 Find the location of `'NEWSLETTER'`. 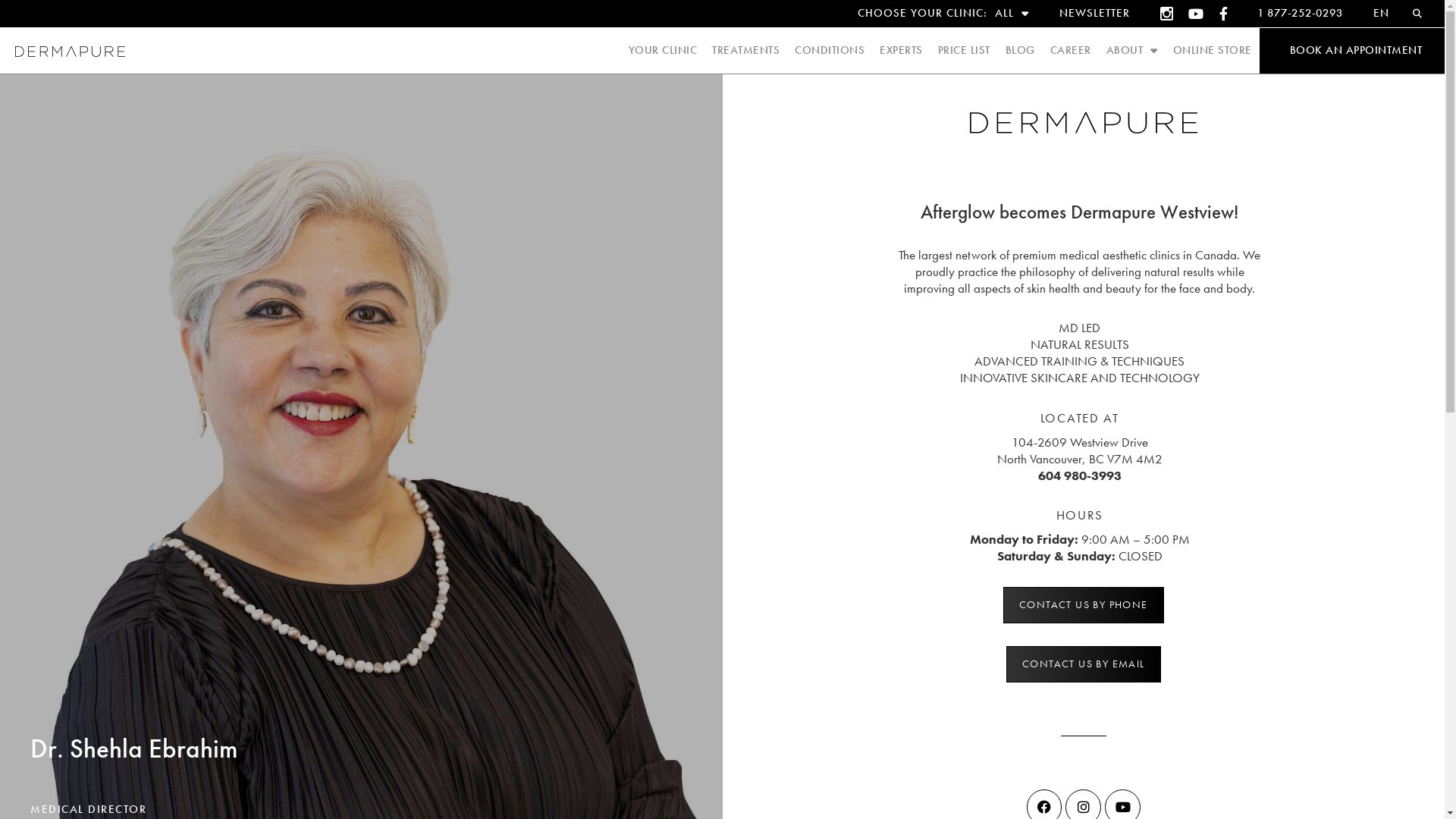

'NEWSLETTER' is located at coordinates (1094, 14).